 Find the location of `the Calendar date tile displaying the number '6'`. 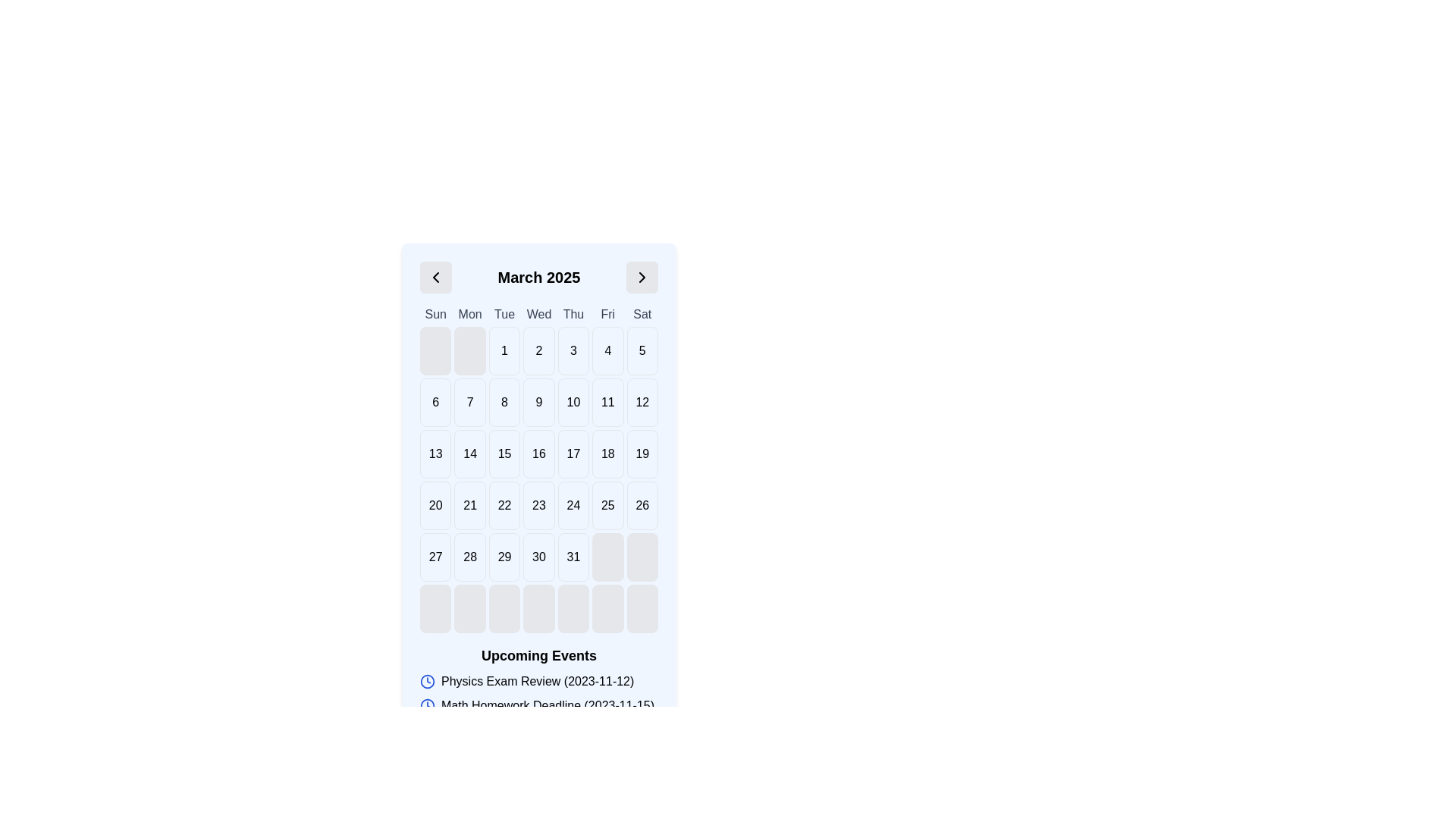

the Calendar date tile displaying the number '6' is located at coordinates (435, 402).